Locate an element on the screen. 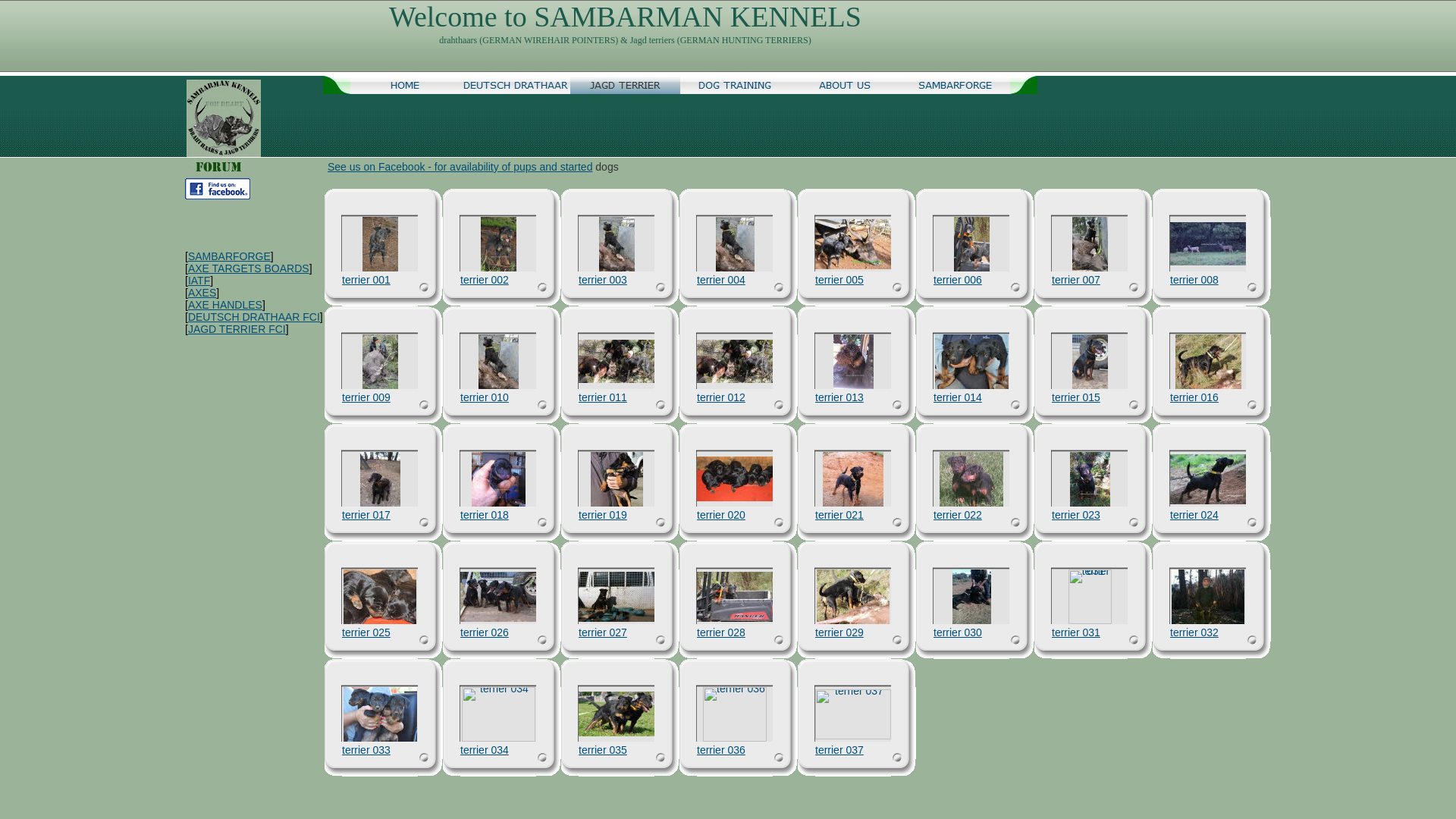  'terrier 030' is located at coordinates (932, 632).